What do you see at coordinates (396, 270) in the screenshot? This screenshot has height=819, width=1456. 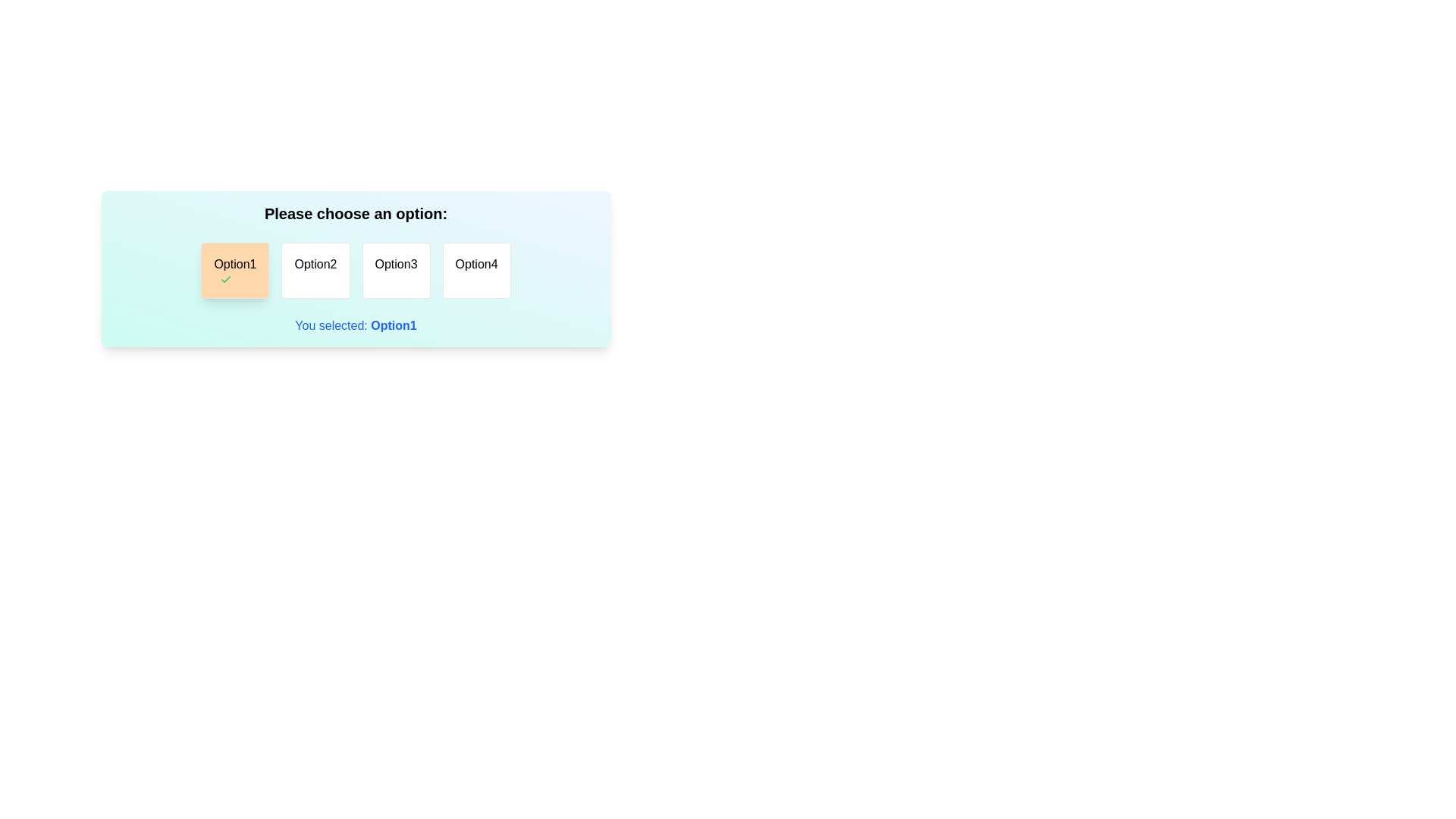 I see `the selection button located in the third position of a horizontal arrangement, below the text 'Please choose an option:', to observe visual feedback` at bounding box center [396, 270].